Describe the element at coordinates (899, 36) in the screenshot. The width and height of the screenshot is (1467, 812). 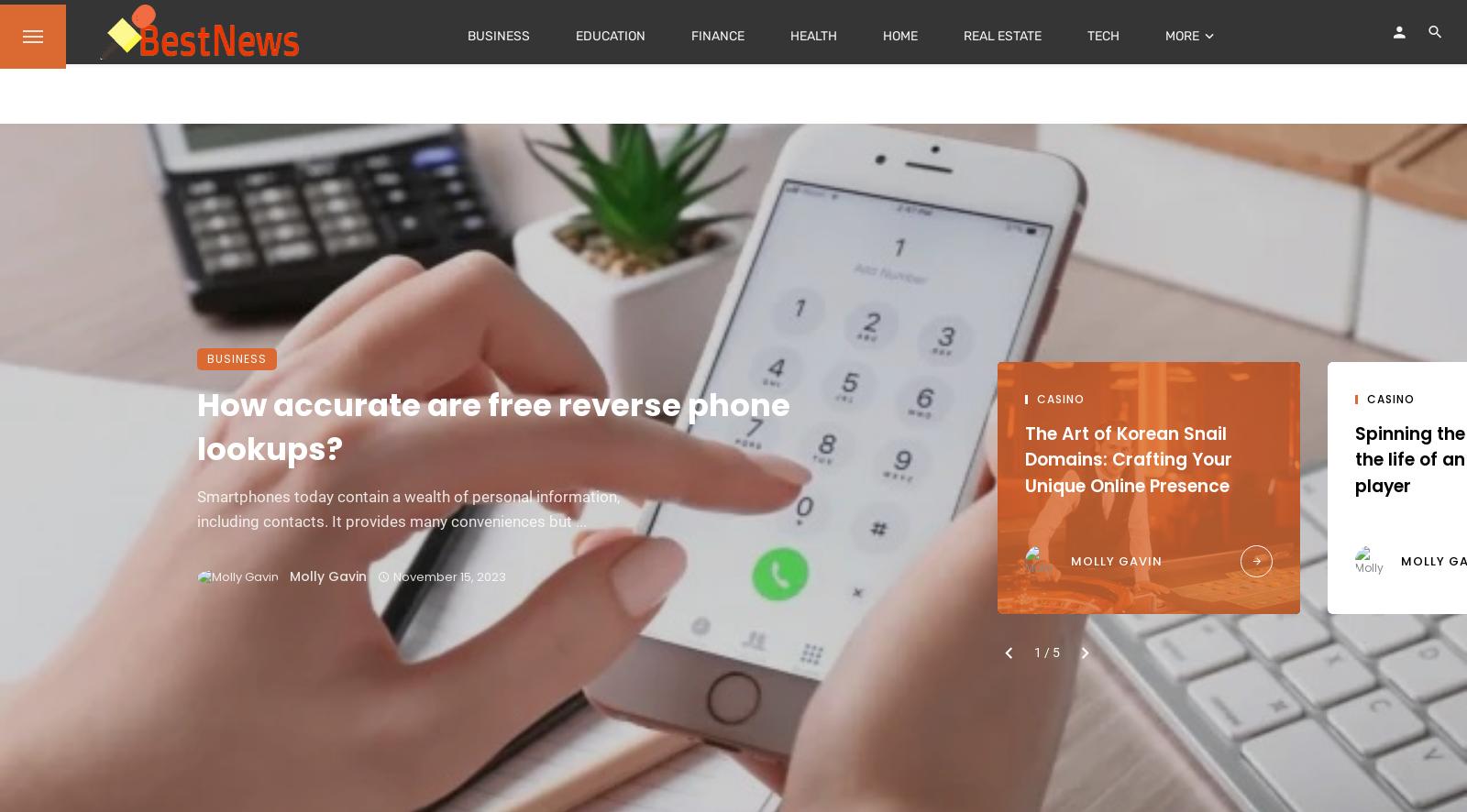
I see `'Home'` at that location.